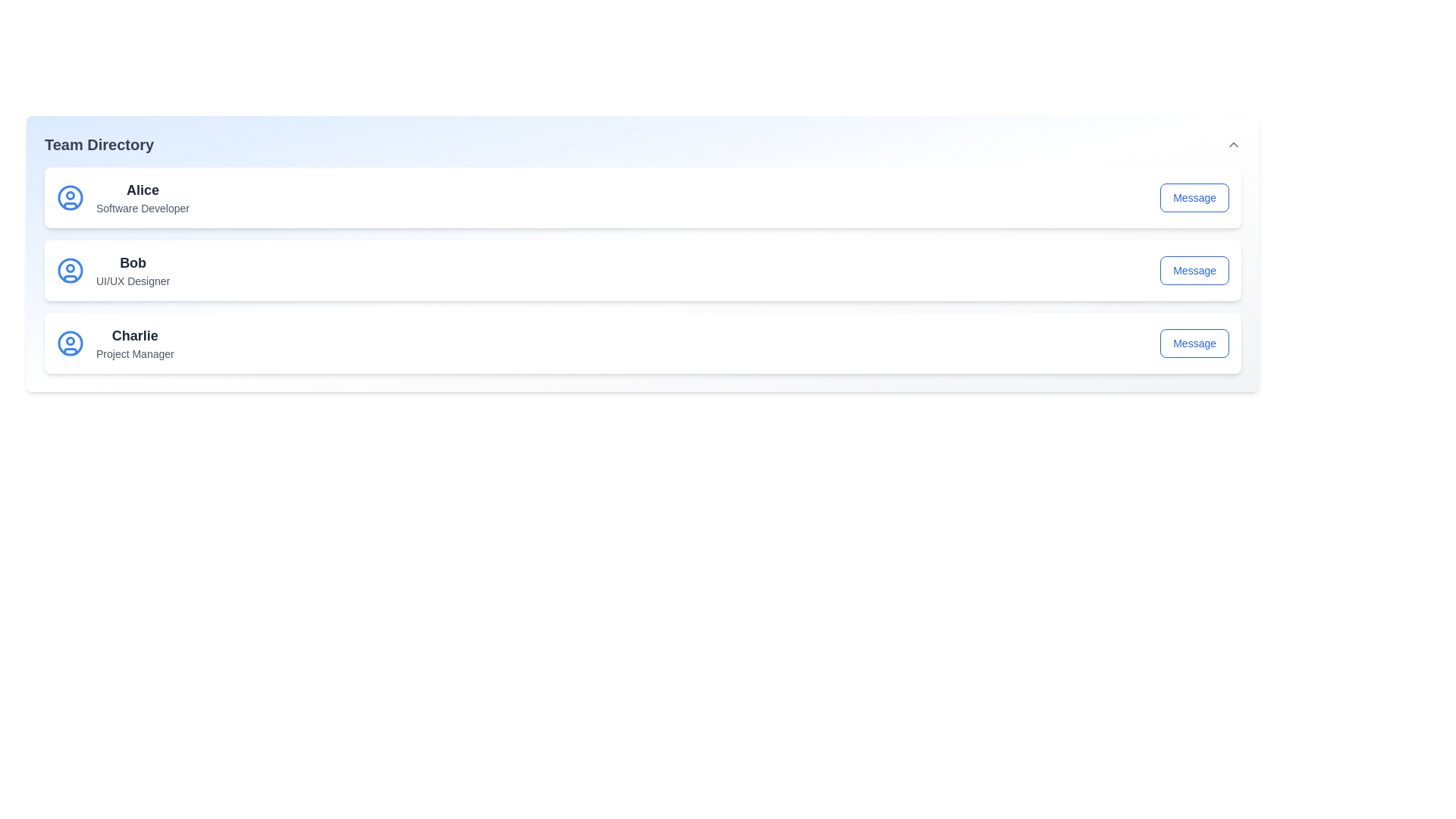  What do you see at coordinates (1194, 197) in the screenshot?
I see `the 'Message' button, which is a rectangular button with a blue border and text, located in the top right corner of the user 'Alice's' entry` at bounding box center [1194, 197].